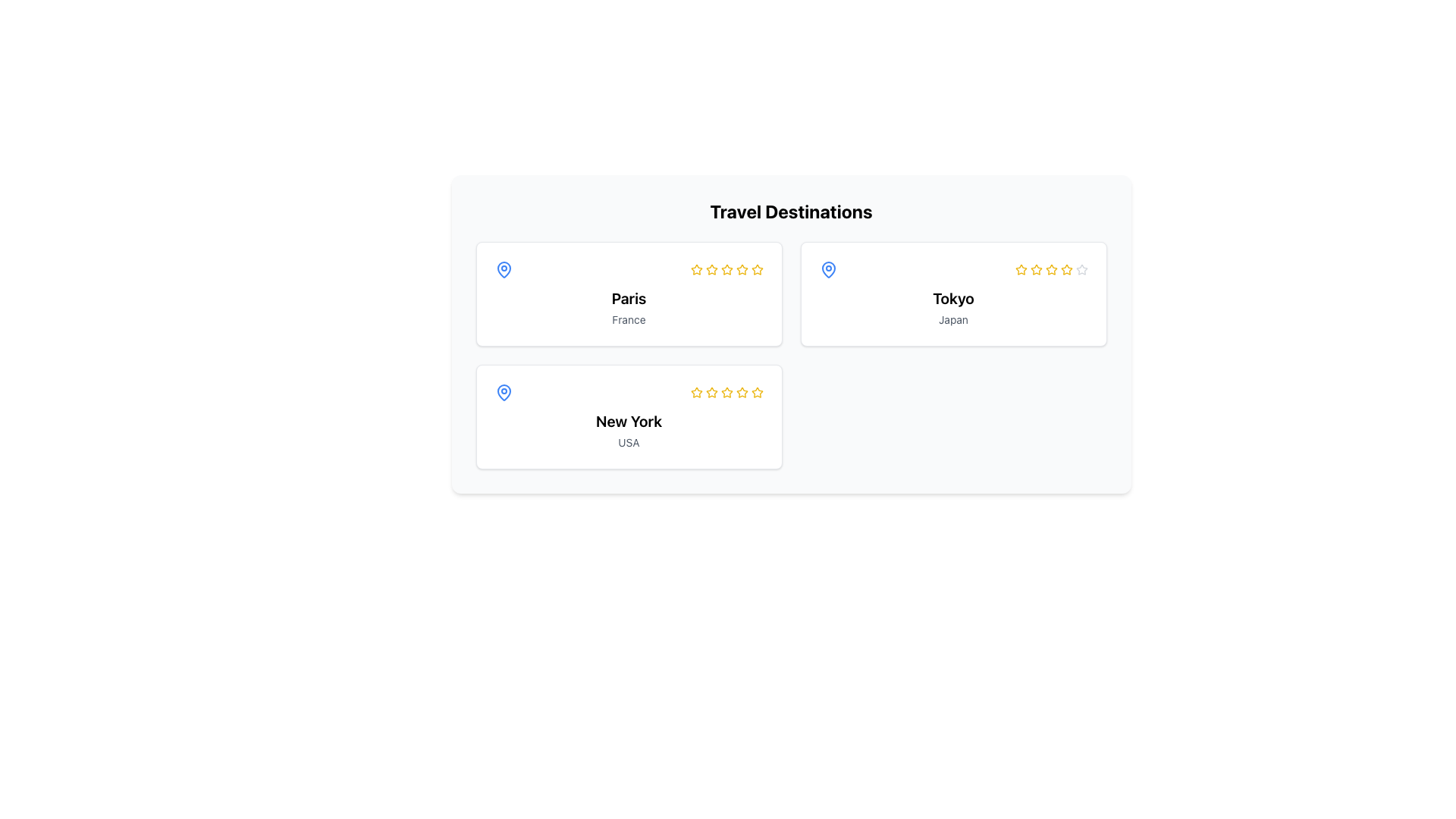 Image resolution: width=1456 pixels, height=819 pixels. I want to click on the first star icon in the rating system for the 'Paris' card, so click(711, 268).